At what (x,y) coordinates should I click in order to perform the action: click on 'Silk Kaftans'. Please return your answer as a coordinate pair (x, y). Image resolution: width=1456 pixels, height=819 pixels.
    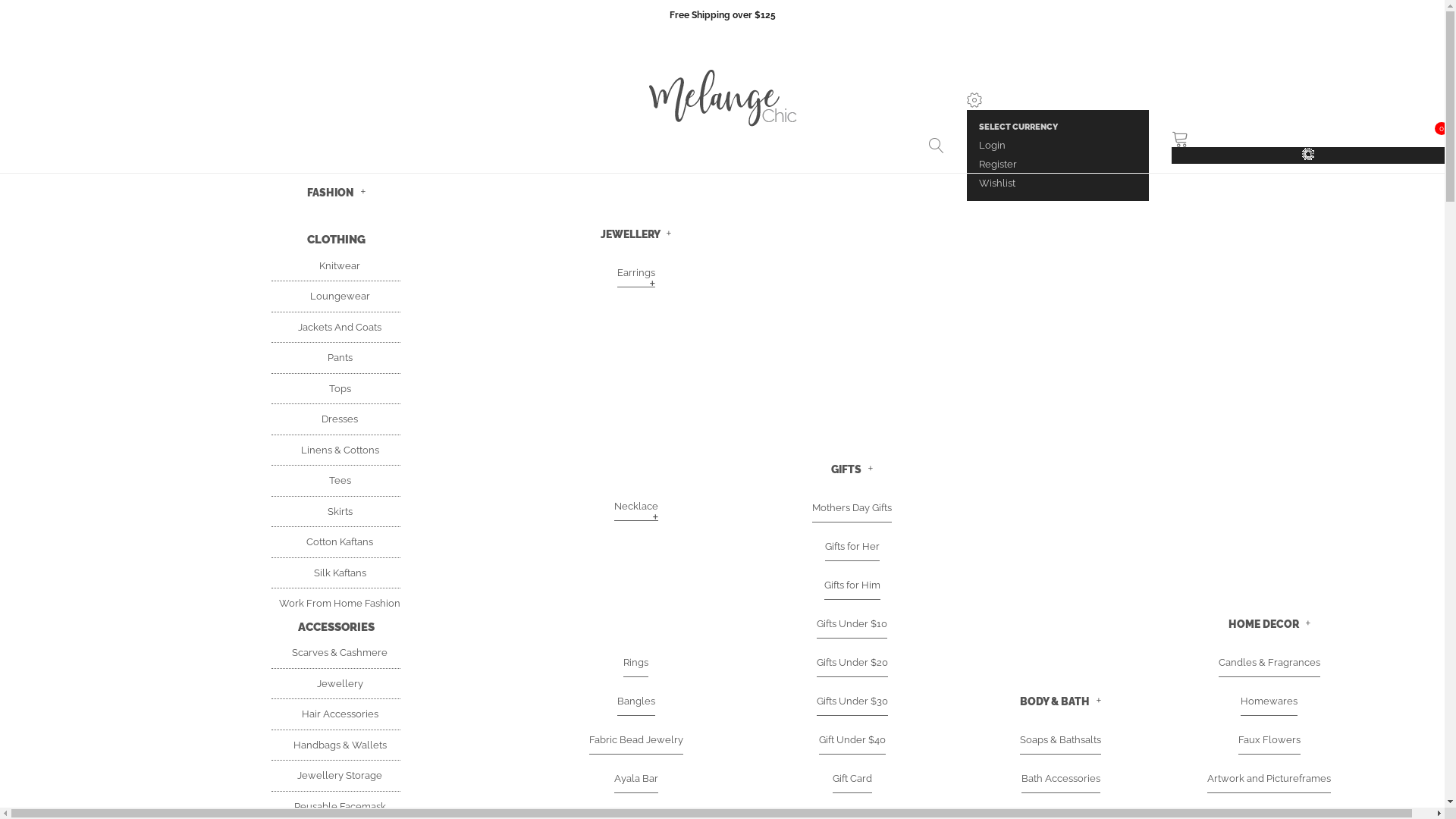
    Looking at the image, I should click on (335, 573).